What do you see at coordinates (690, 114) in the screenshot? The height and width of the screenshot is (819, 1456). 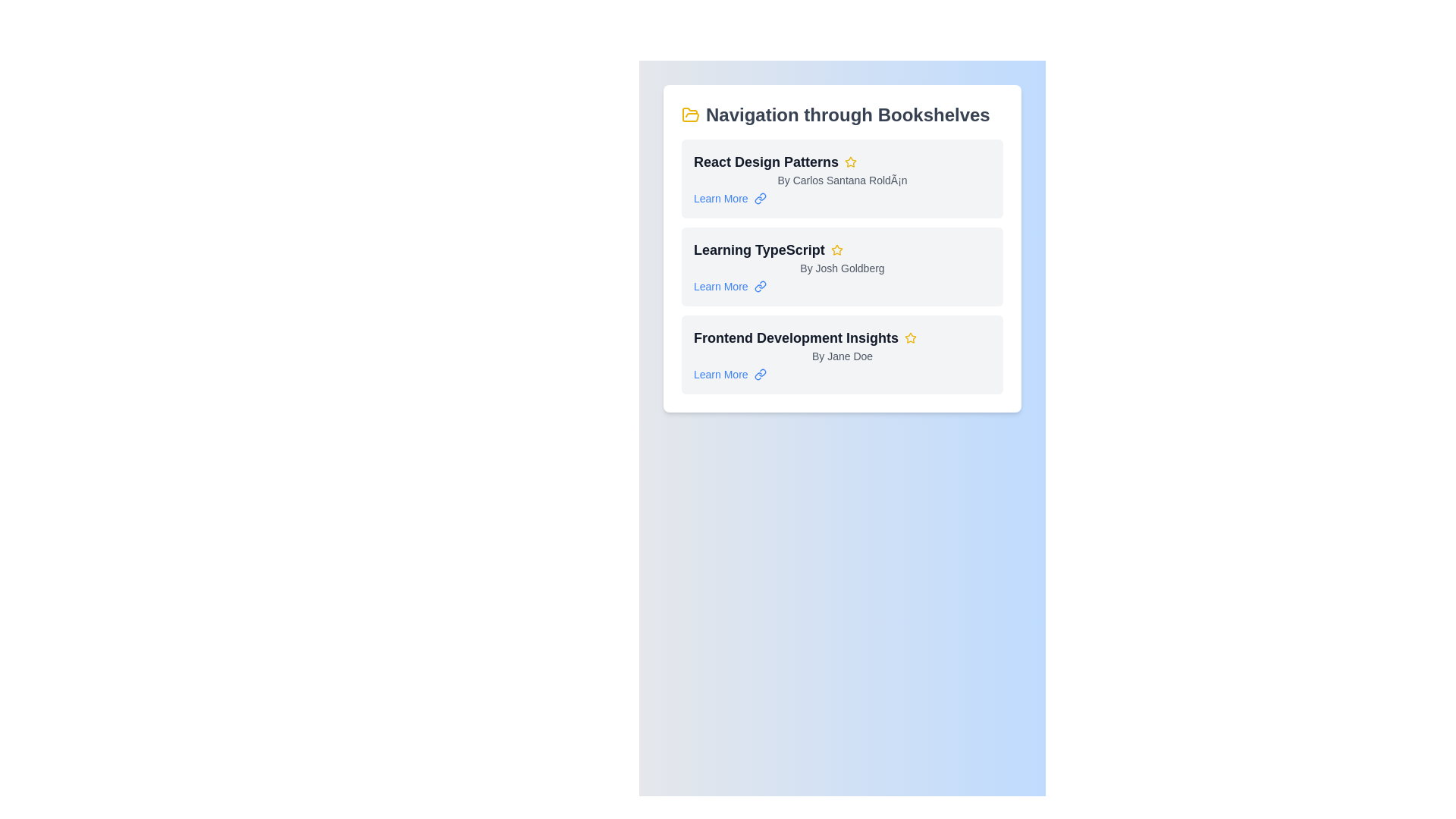 I see `the folder icon with a yellow stroke, positioned to the left of the title 'Navigation through Bookshelves'` at bounding box center [690, 114].